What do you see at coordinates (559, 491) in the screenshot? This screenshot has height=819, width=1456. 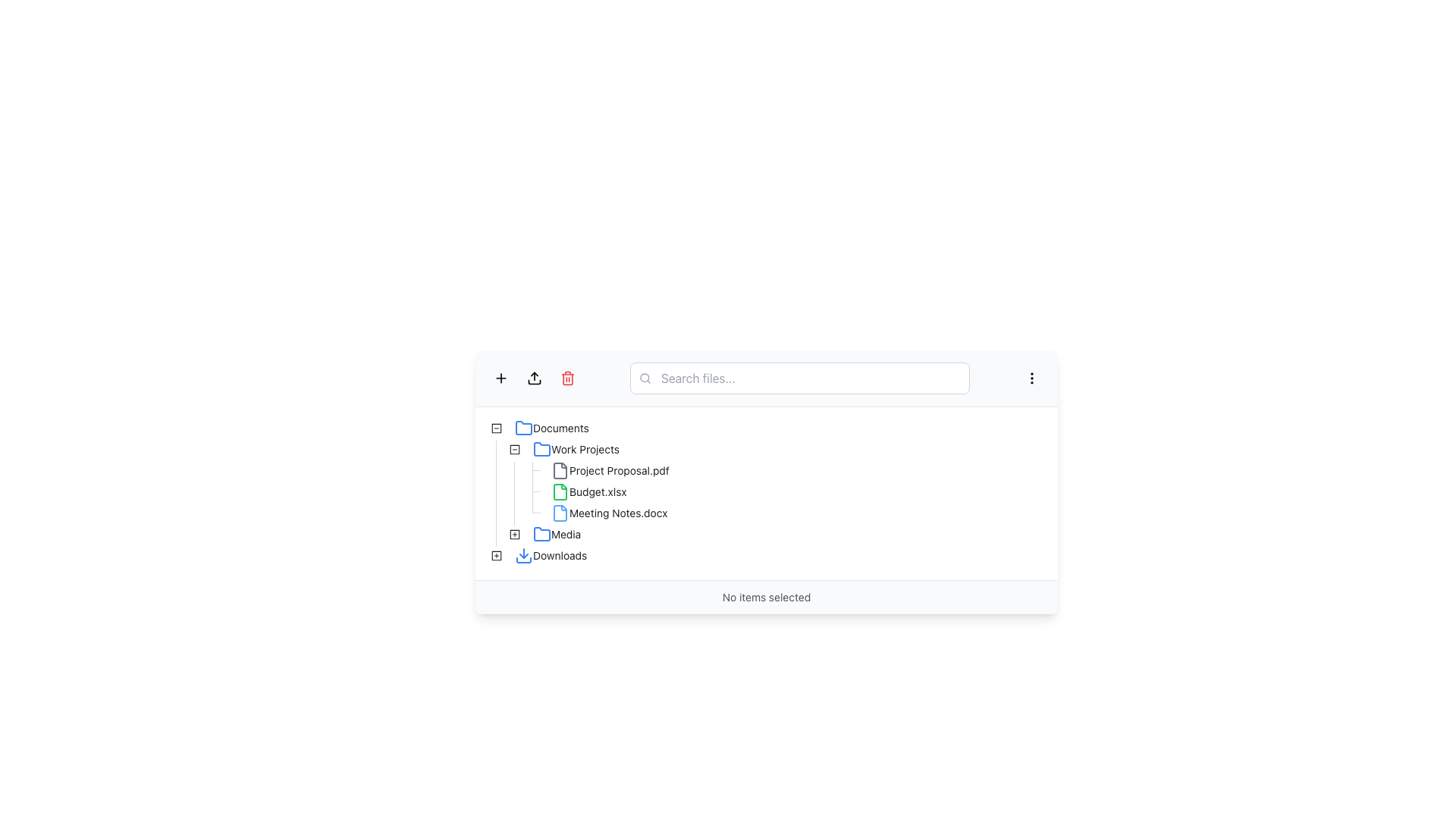 I see `the Tree item with the text 'Budget.xlsx'` at bounding box center [559, 491].